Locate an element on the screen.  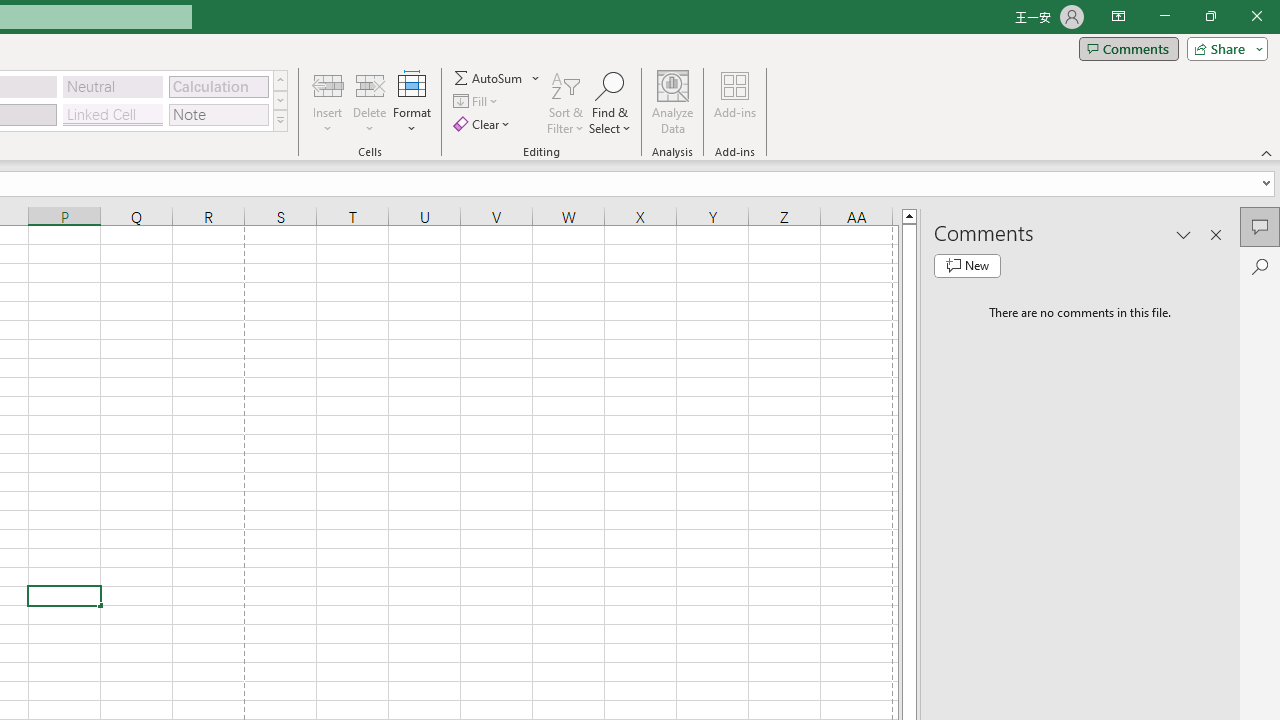
'Close' is located at coordinates (1255, 16).